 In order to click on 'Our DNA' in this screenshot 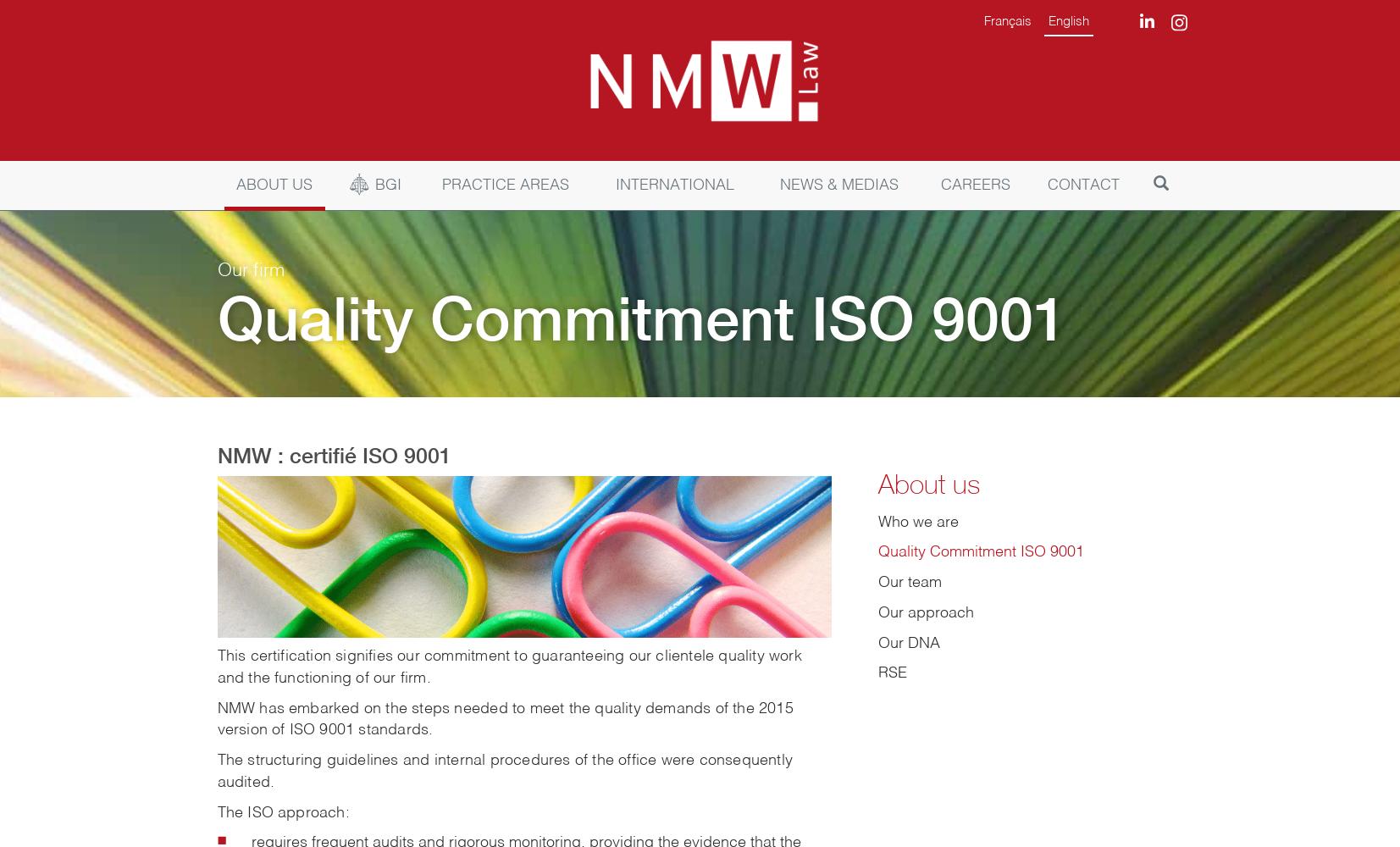, I will do `click(908, 643)`.